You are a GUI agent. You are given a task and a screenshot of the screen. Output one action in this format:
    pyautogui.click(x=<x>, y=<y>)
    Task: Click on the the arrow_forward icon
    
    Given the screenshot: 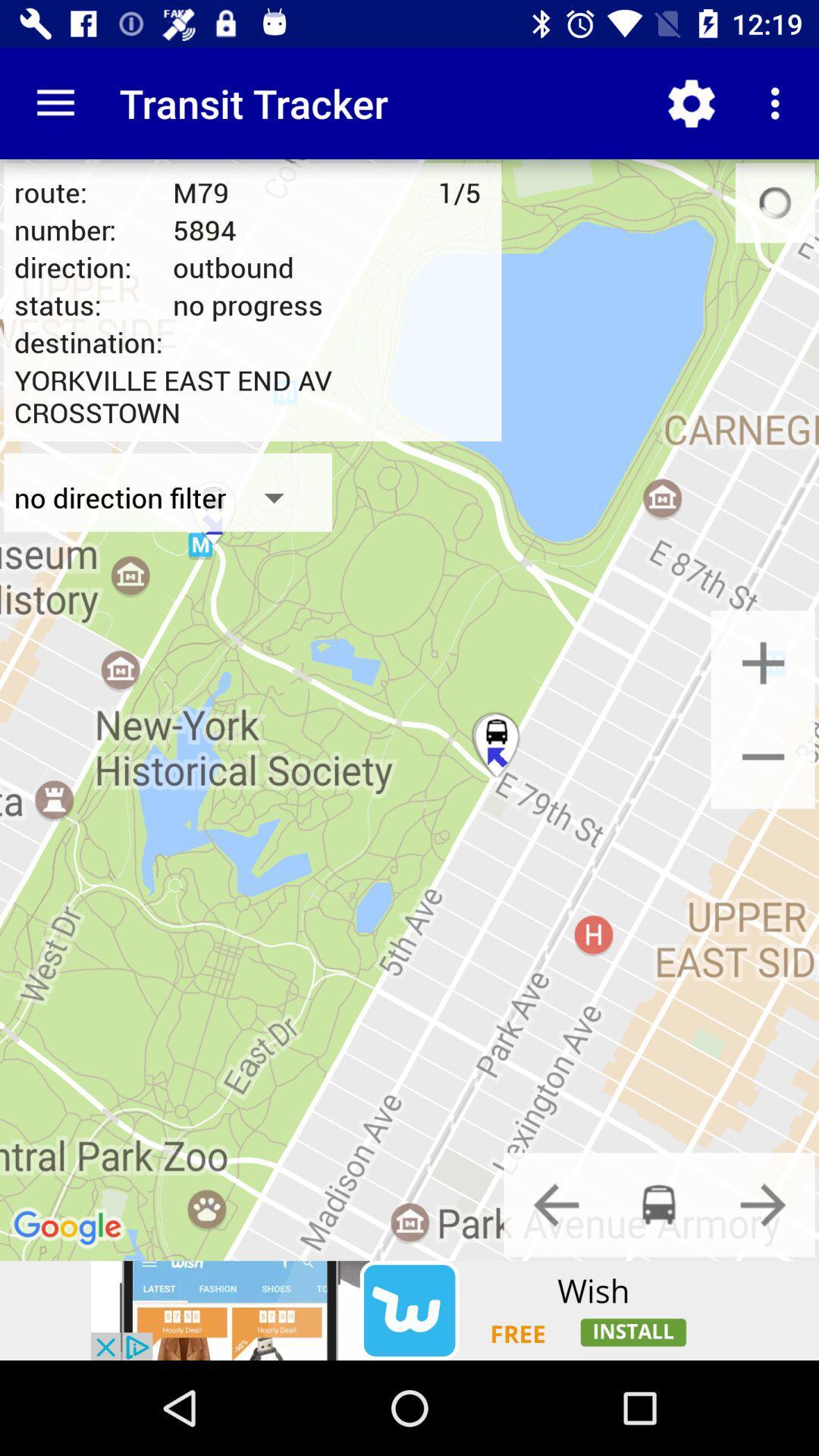 What is the action you would take?
    pyautogui.click(x=763, y=1203)
    